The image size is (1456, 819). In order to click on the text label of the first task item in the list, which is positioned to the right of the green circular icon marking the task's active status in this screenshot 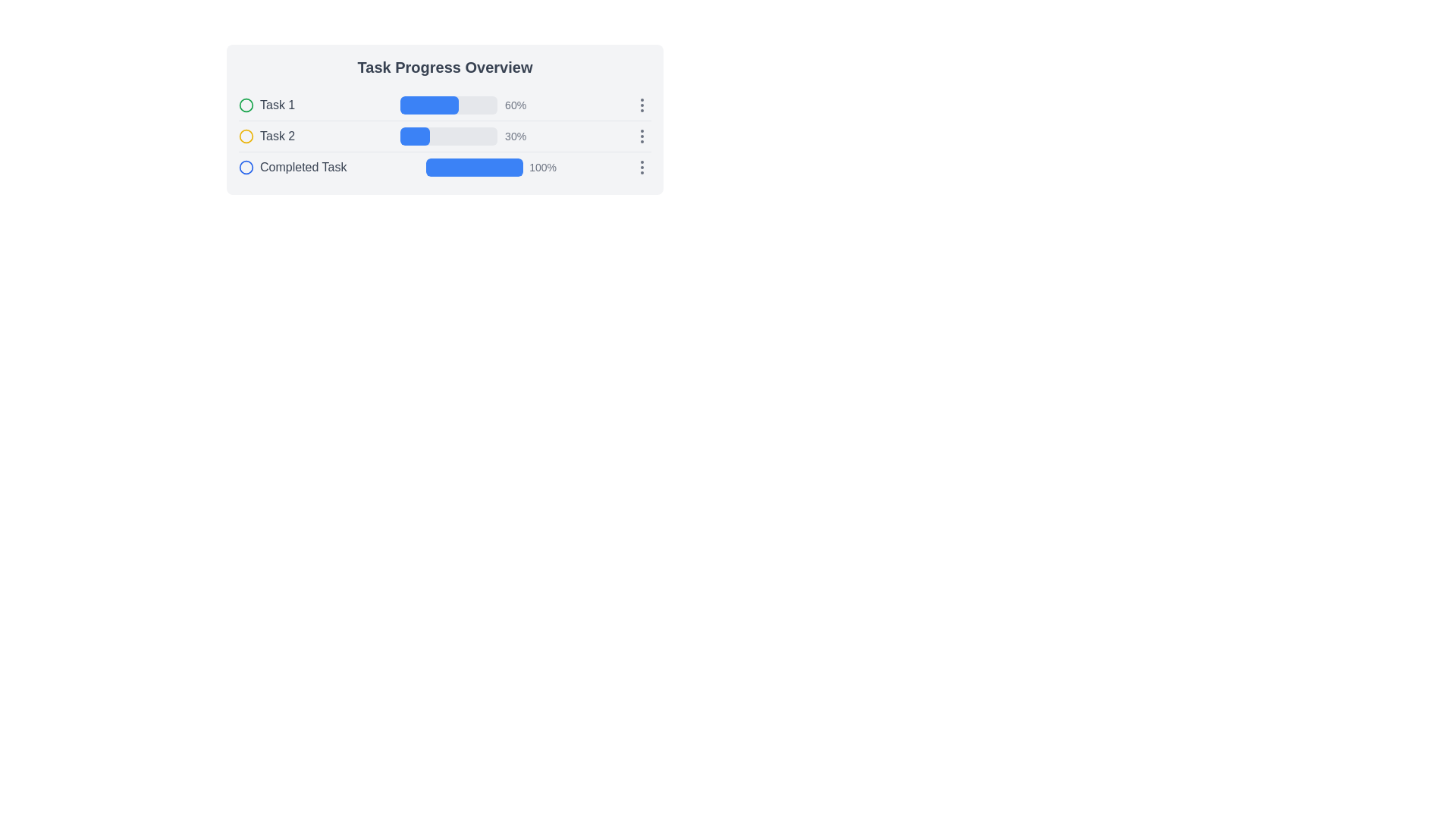, I will do `click(278, 104)`.